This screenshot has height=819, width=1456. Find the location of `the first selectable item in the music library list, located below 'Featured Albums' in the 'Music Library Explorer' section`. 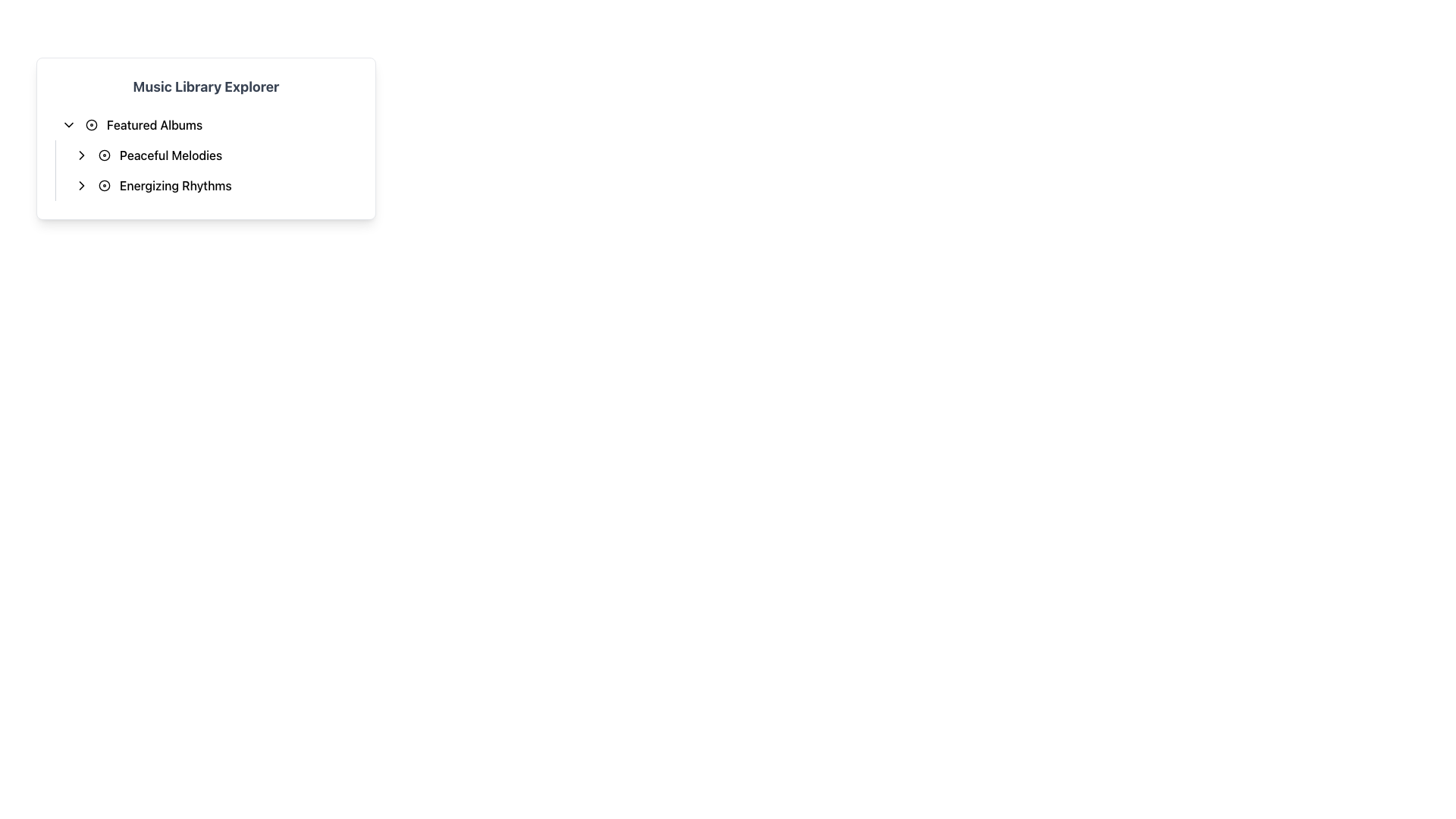

the first selectable item in the music library list, located below 'Featured Albums' in the 'Music Library Explorer' section is located at coordinates (212, 155).